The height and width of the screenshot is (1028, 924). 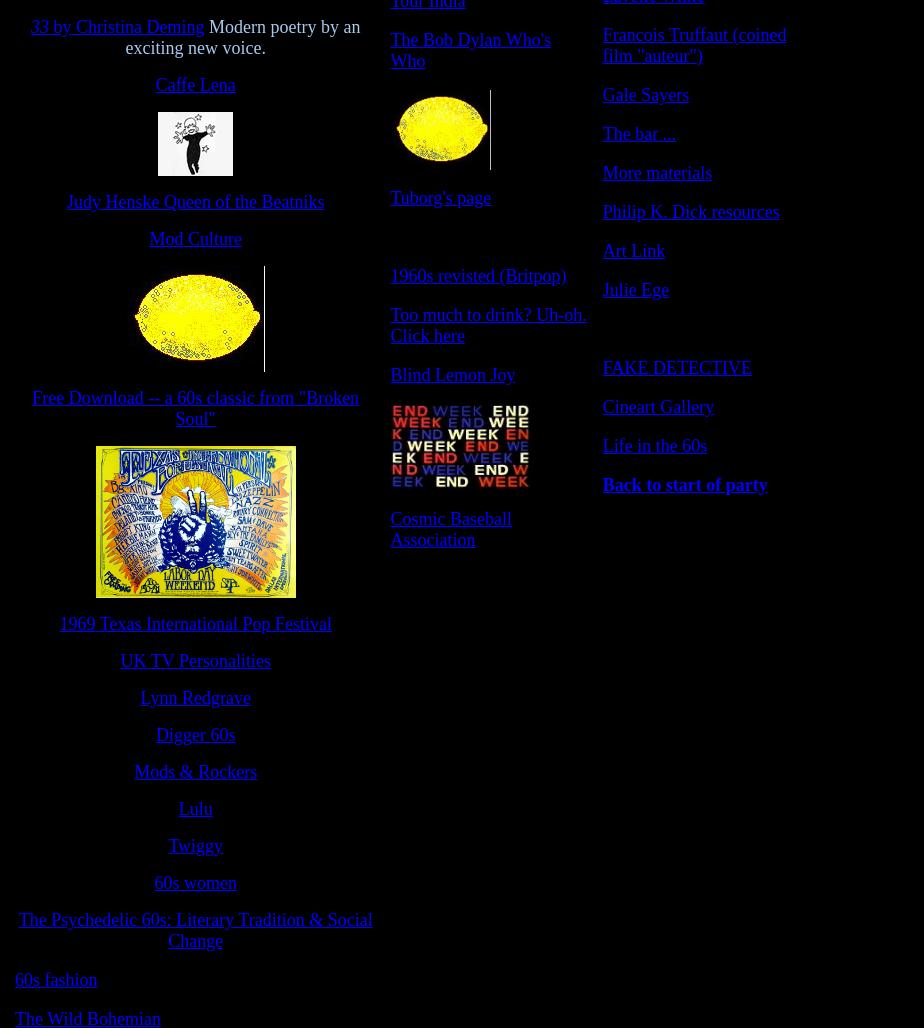 I want to click on 'UK TV Personalities', so click(x=194, y=661).